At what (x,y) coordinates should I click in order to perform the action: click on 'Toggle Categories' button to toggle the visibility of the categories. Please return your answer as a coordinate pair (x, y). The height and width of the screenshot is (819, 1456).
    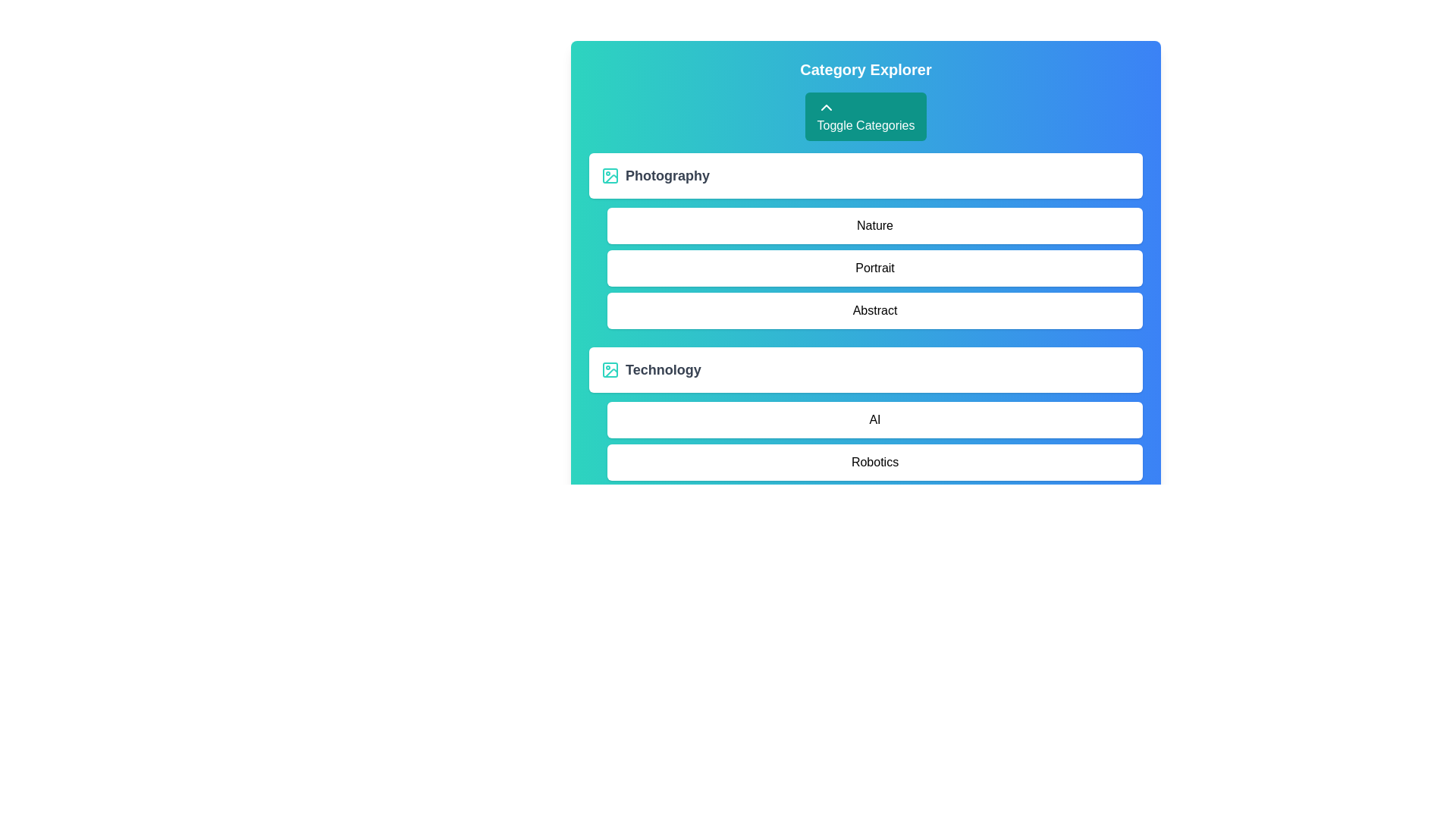
    Looking at the image, I should click on (866, 116).